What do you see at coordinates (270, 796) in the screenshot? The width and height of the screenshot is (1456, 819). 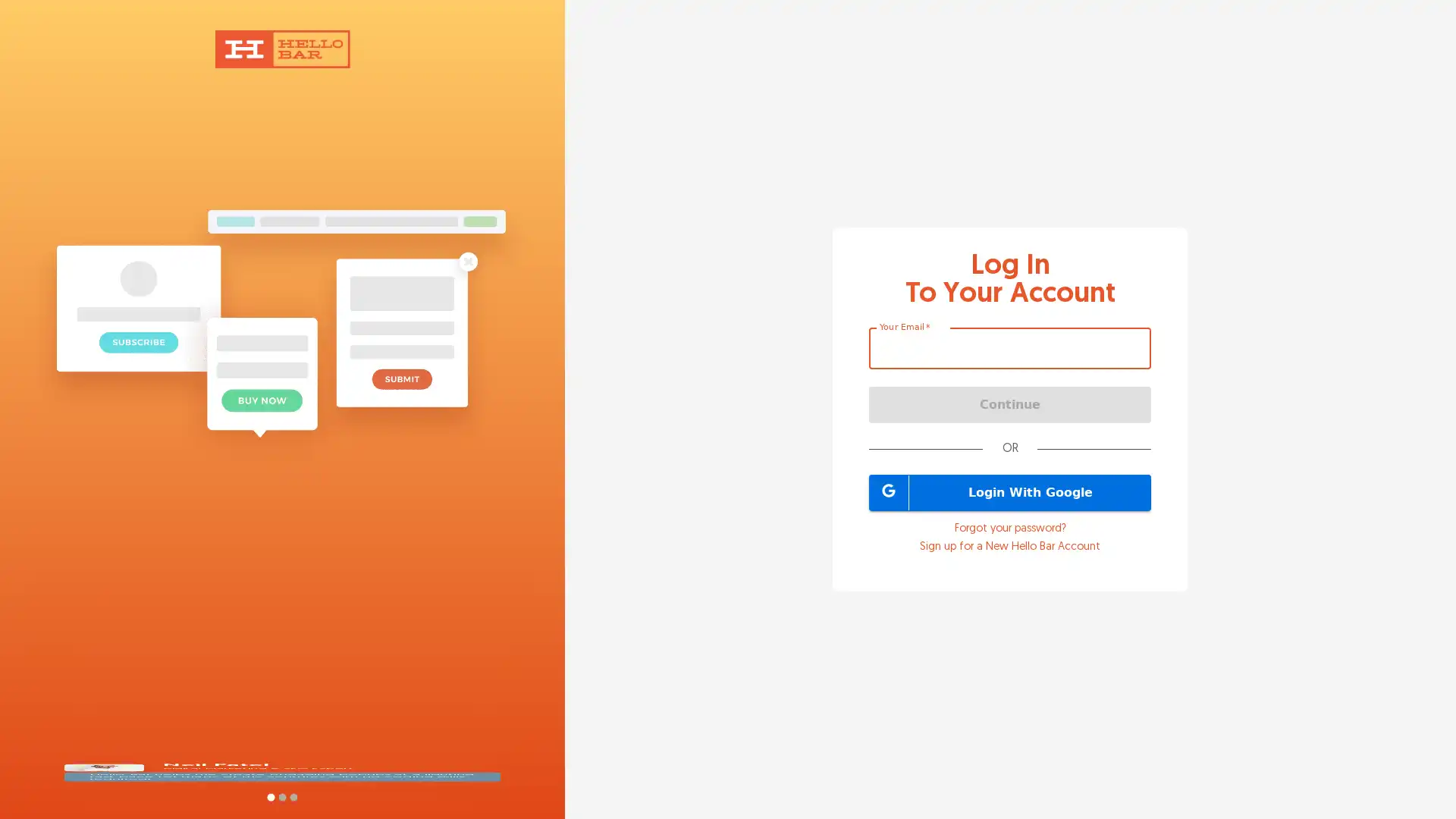 I see `carousel indicator 1` at bounding box center [270, 796].